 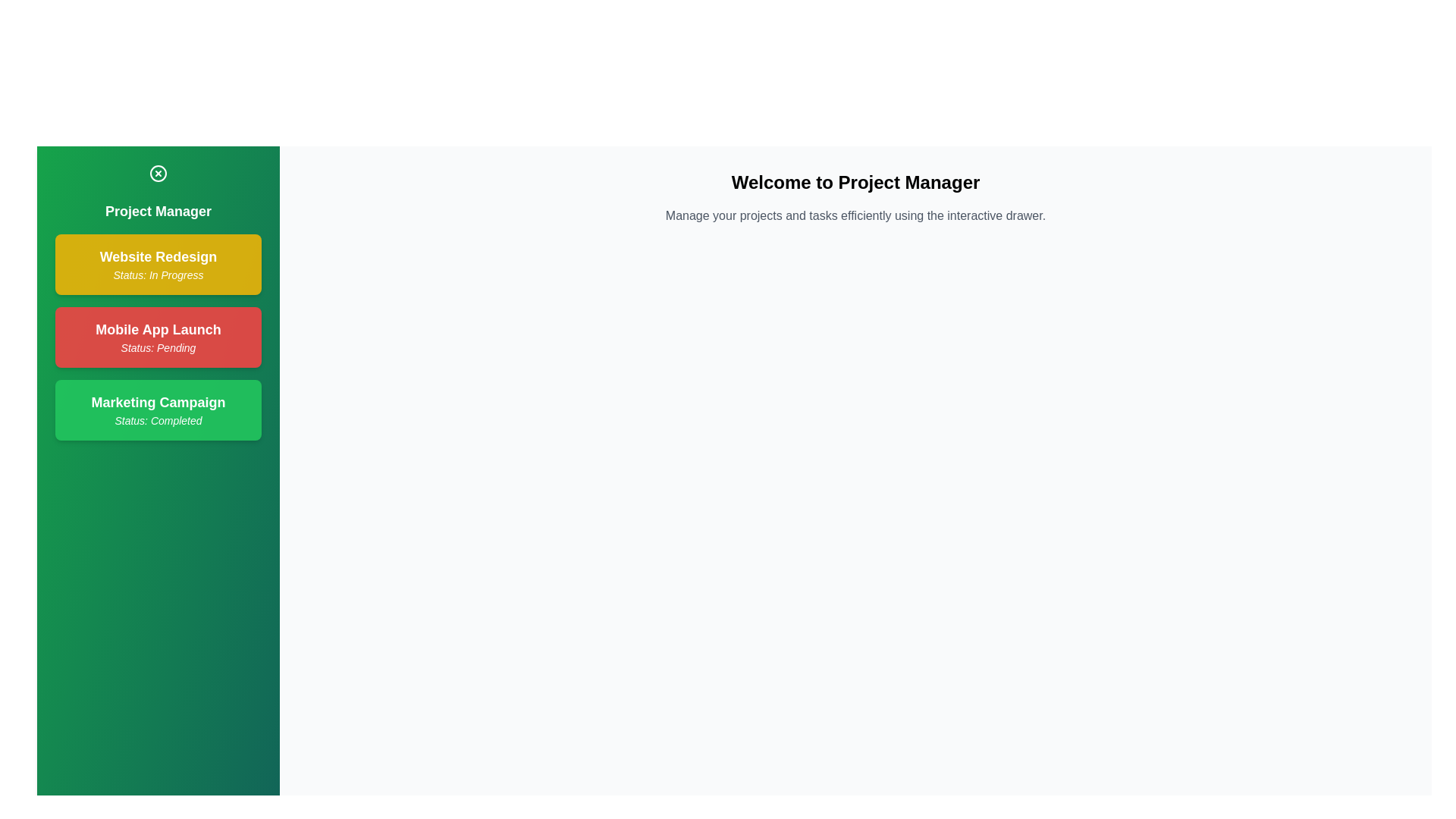 What do you see at coordinates (158, 172) in the screenshot?
I see `the toggle button to toggle the drawer open or close` at bounding box center [158, 172].